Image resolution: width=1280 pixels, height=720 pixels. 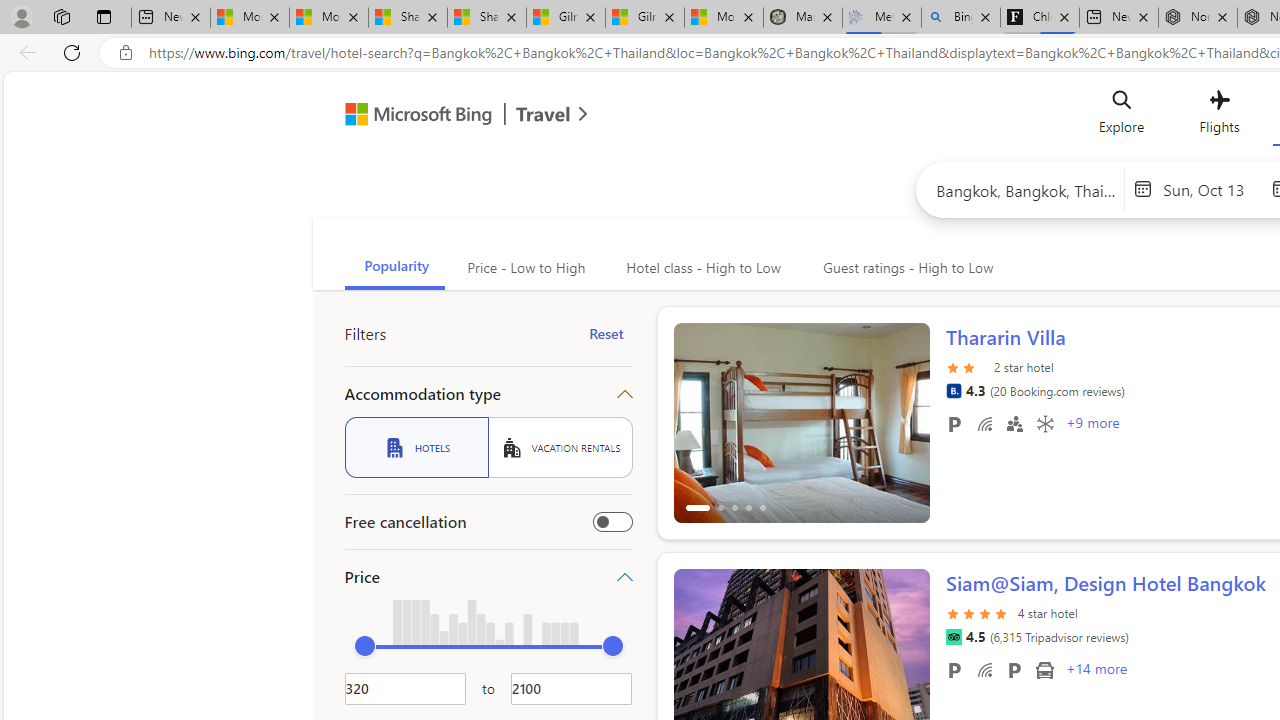 I want to click on 'Back', so click(x=24, y=51).